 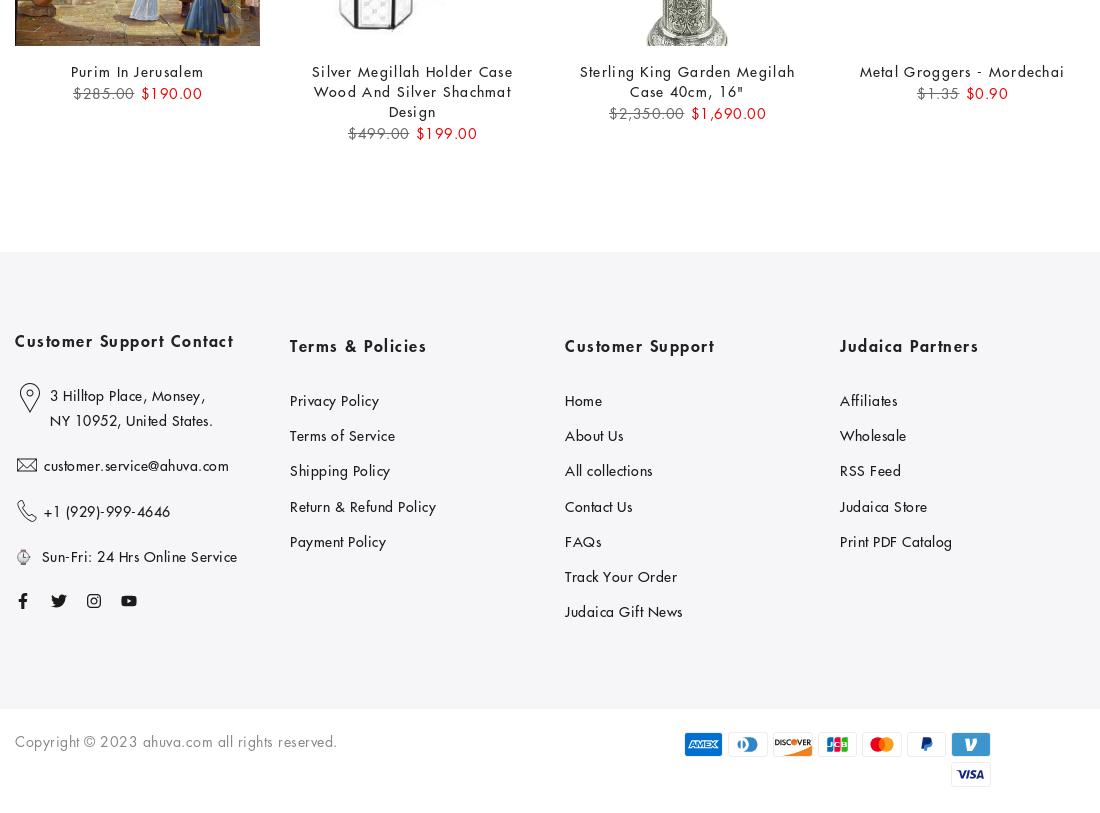 What do you see at coordinates (358, 344) in the screenshot?
I see `'Terms & Policies'` at bounding box center [358, 344].